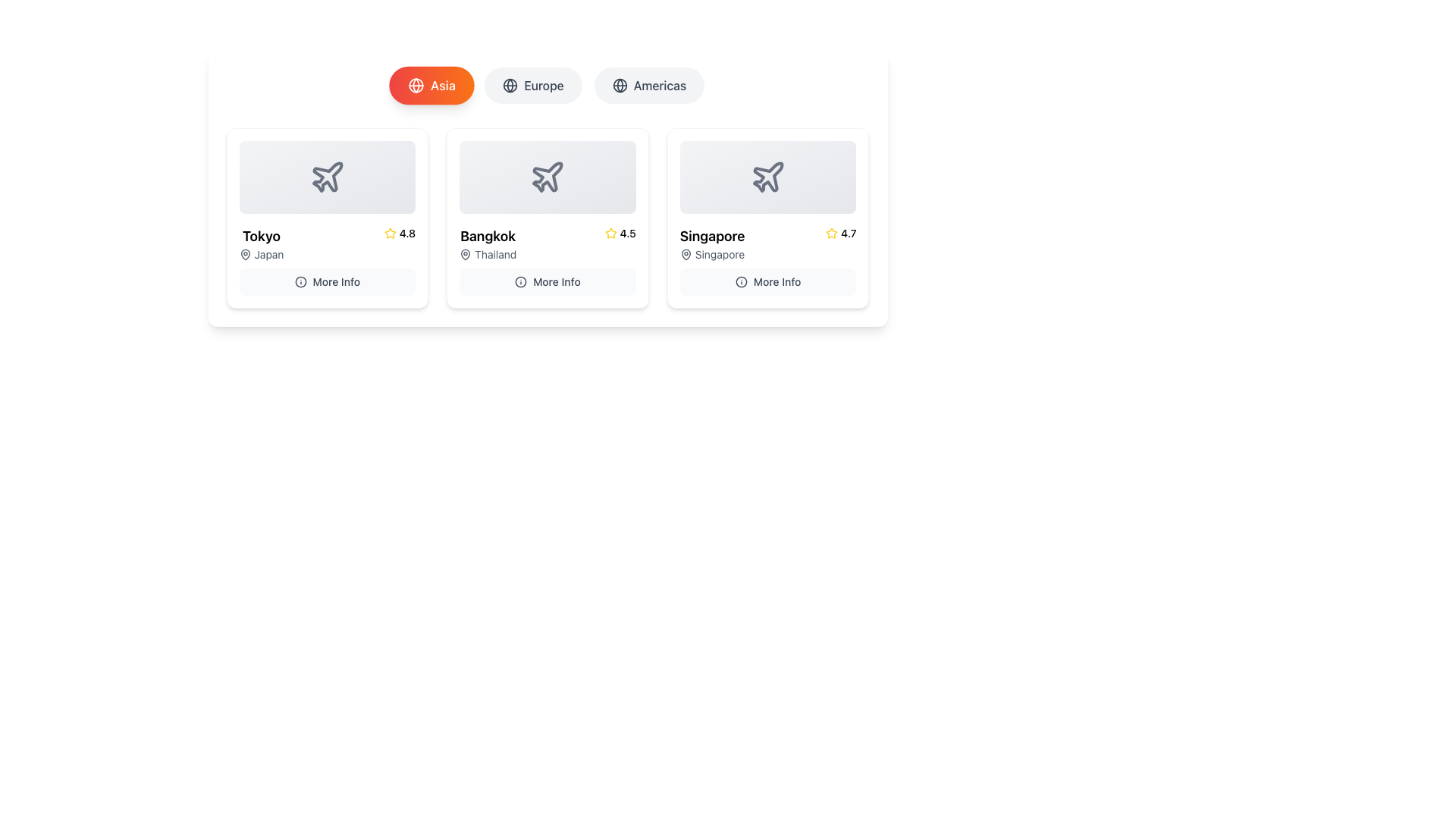  I want to click on the minimalistic plane-shaped vector icon located in the second card representing Bangkok to trigger a color change, so click(547, 177).